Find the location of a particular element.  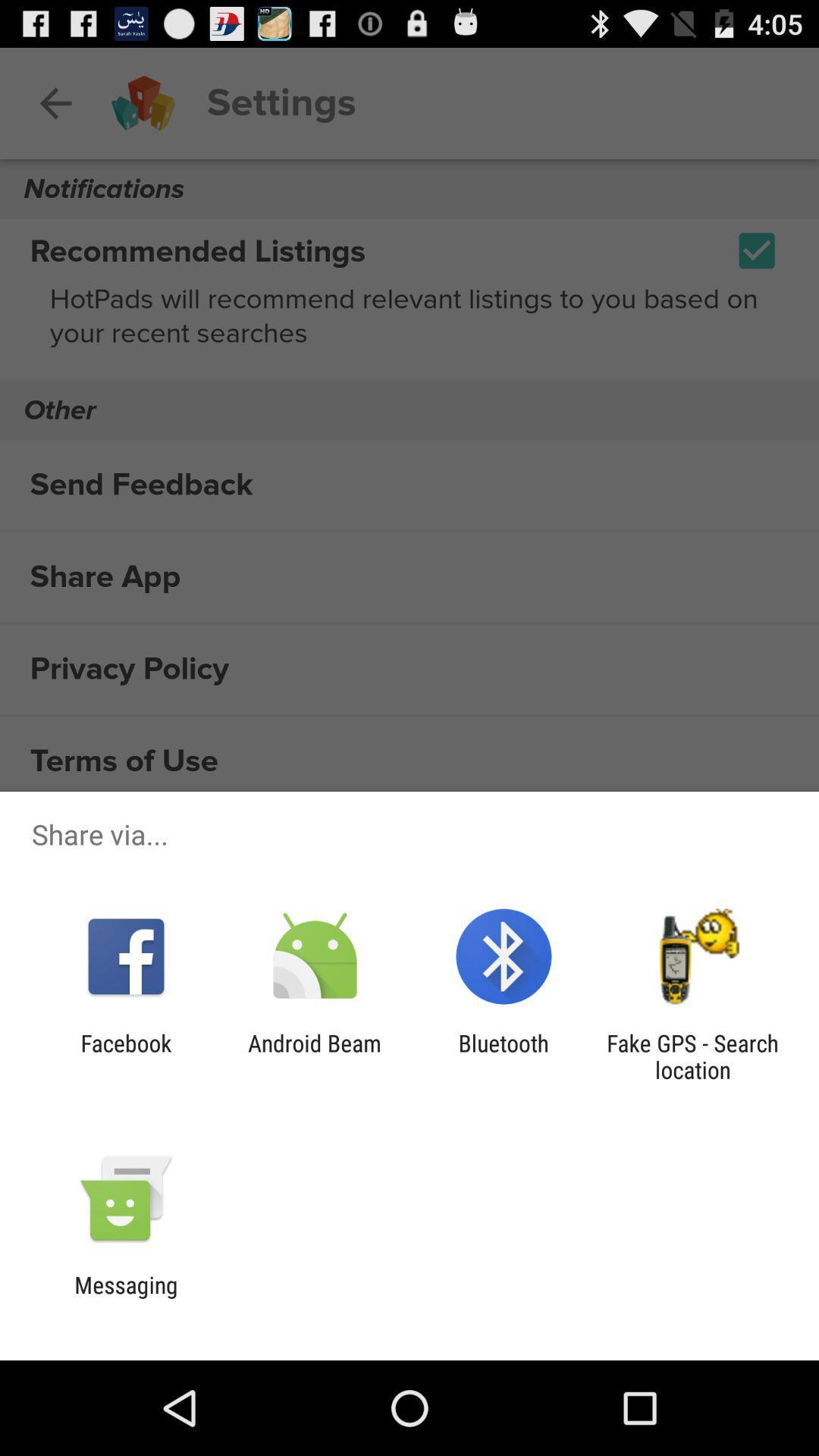

app to the left of fake gps search is located at coordinates (504, 1056).